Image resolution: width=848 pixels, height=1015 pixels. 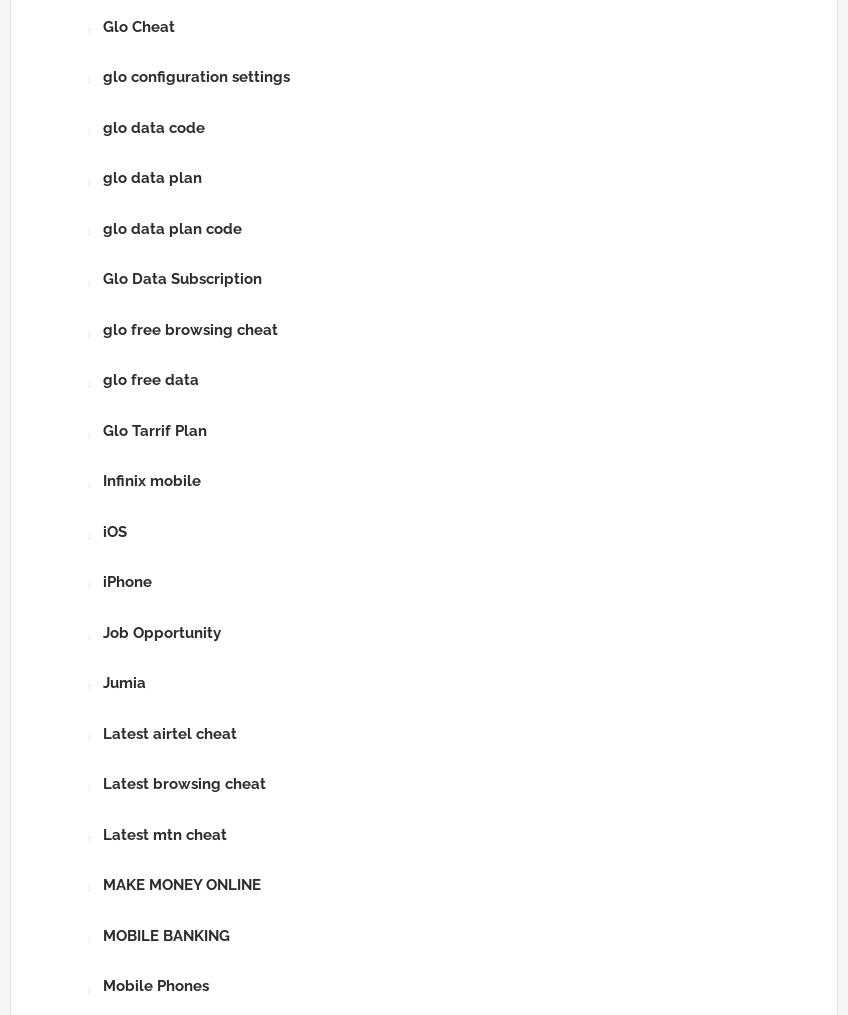 I want to click on 'Job Opportunity', so click(x=161, y=631).